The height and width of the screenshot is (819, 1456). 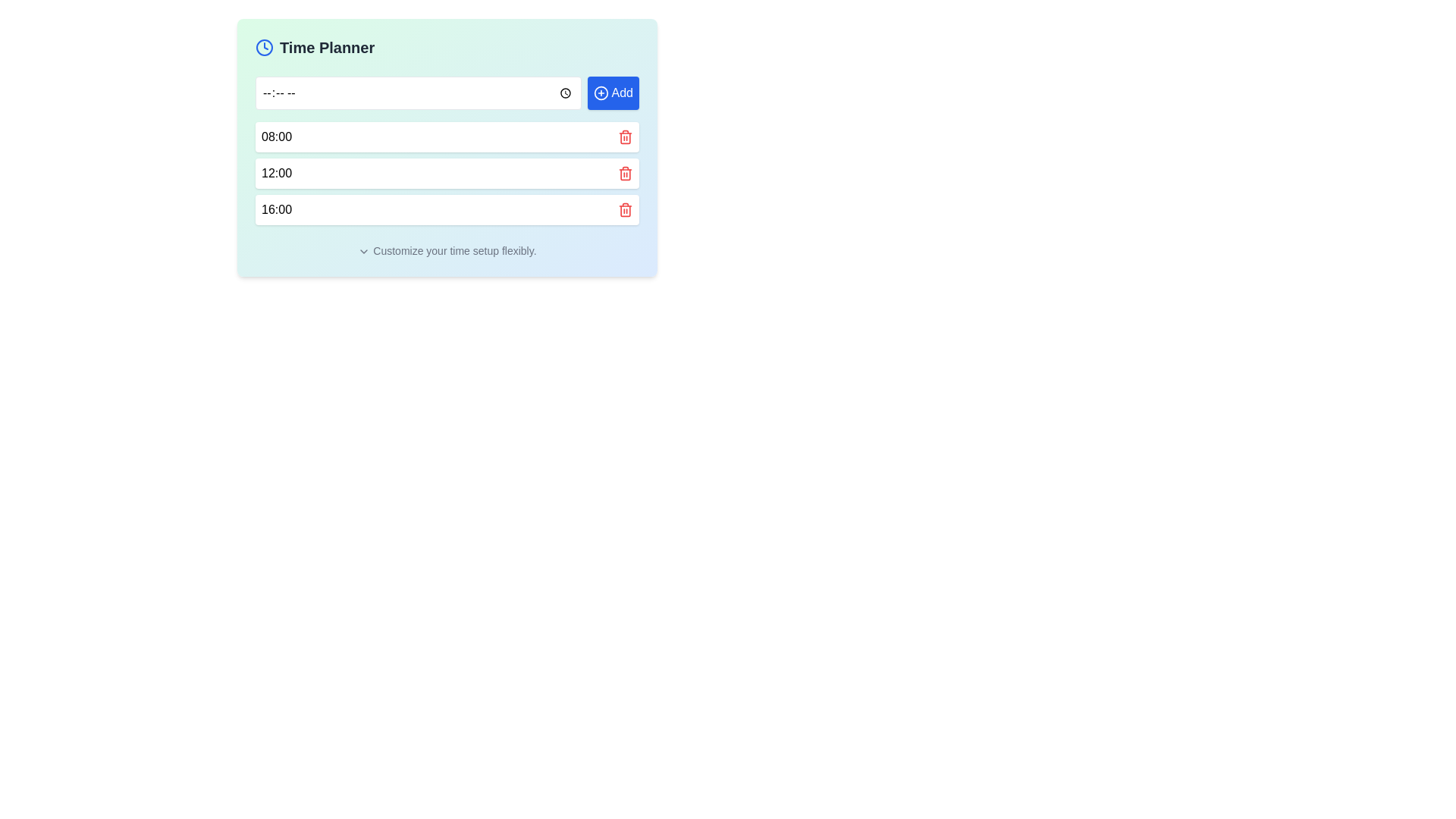 I want to click on the trash can body element, which is part of a trash icon used for deletion actions, located adjacent to time entries, so click(x=626, y=174).